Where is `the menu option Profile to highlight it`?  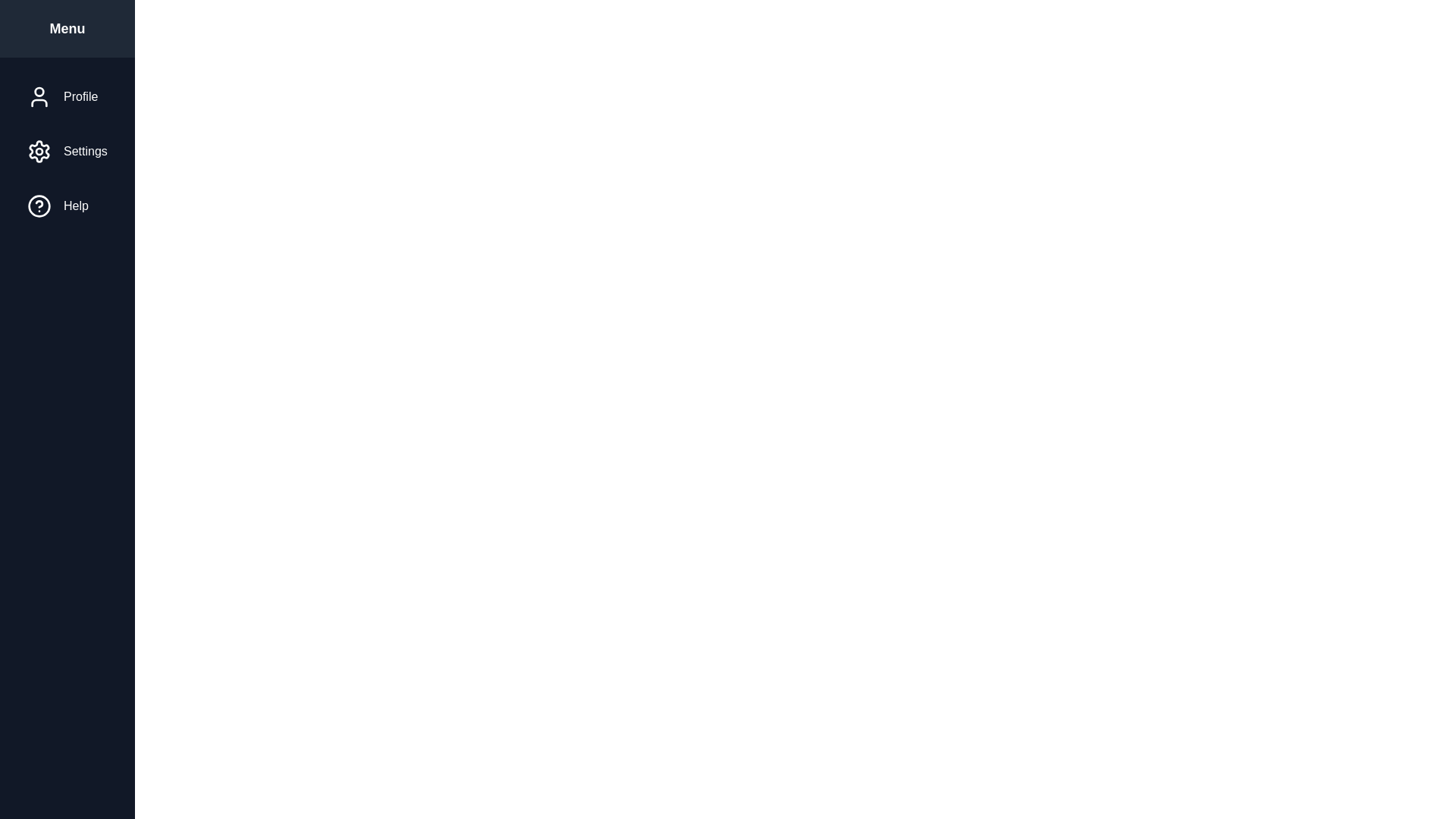
the menu option Profile to highlight it is located at coordinates (66, 96).